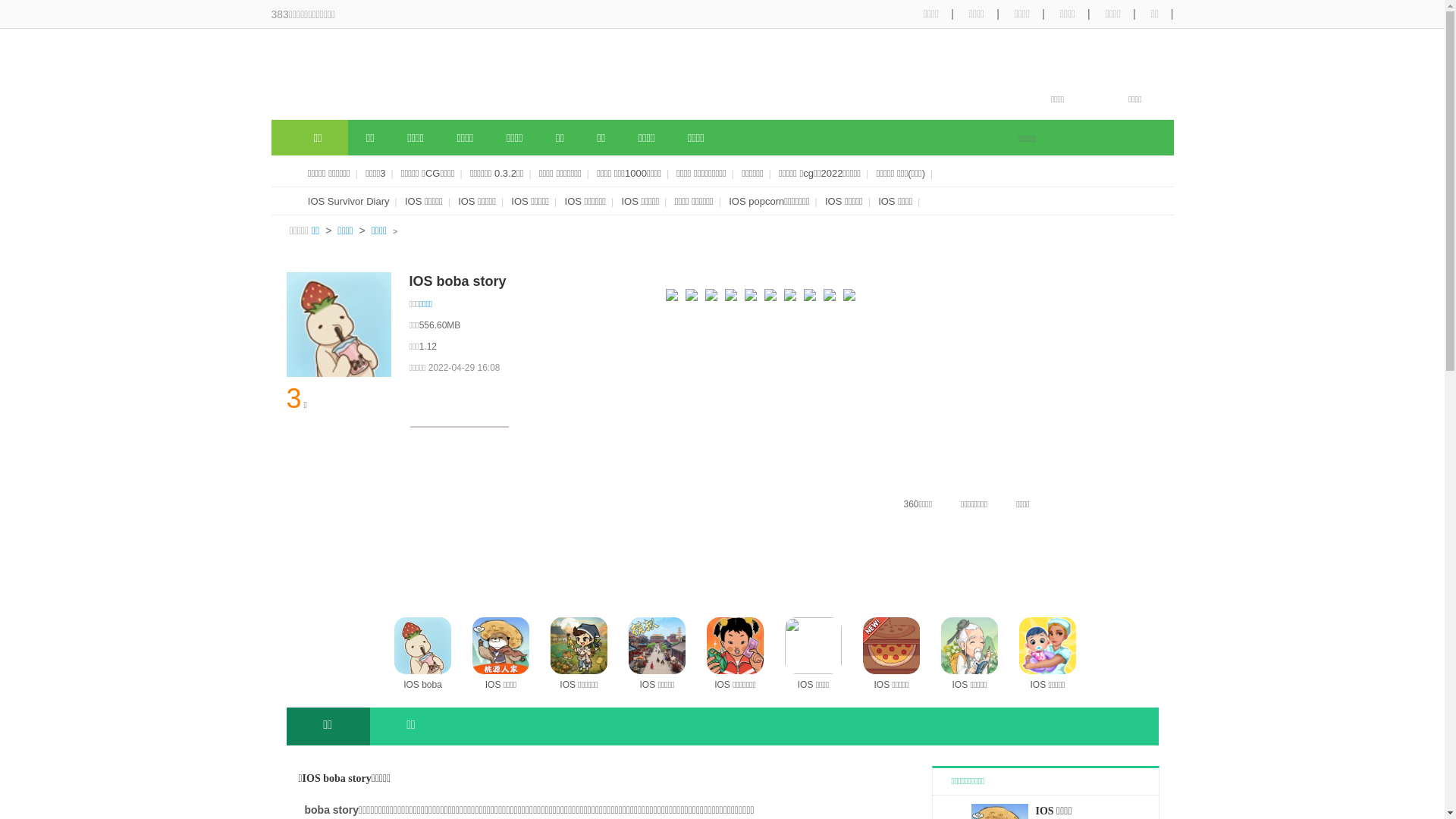  What do you see at coordinates (394, 654) in the screenshot?
I see `'IOS boba story'` at bounding box center [394, 654].